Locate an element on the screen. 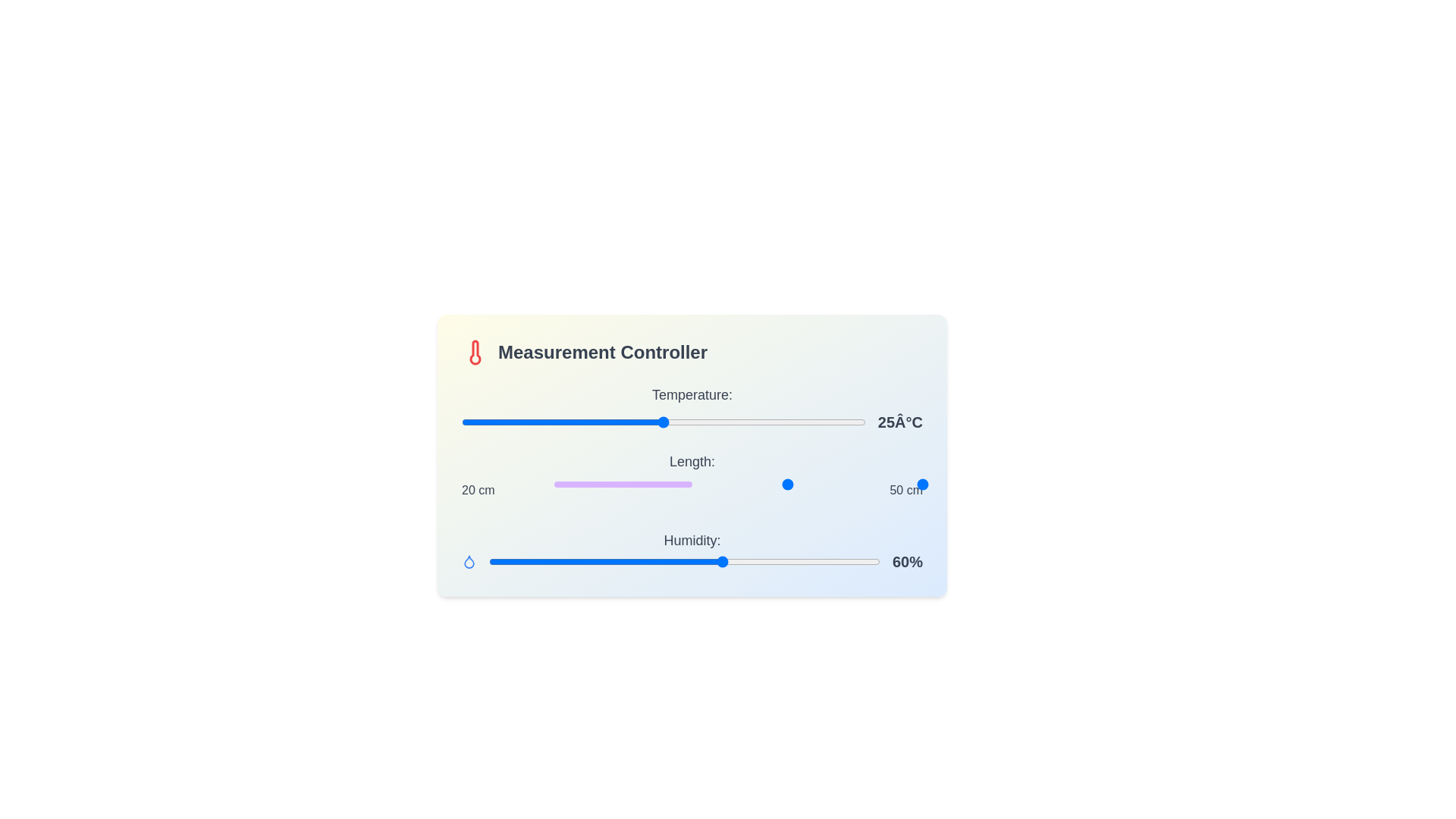  the humidity level is located at coordinates (578, 561).